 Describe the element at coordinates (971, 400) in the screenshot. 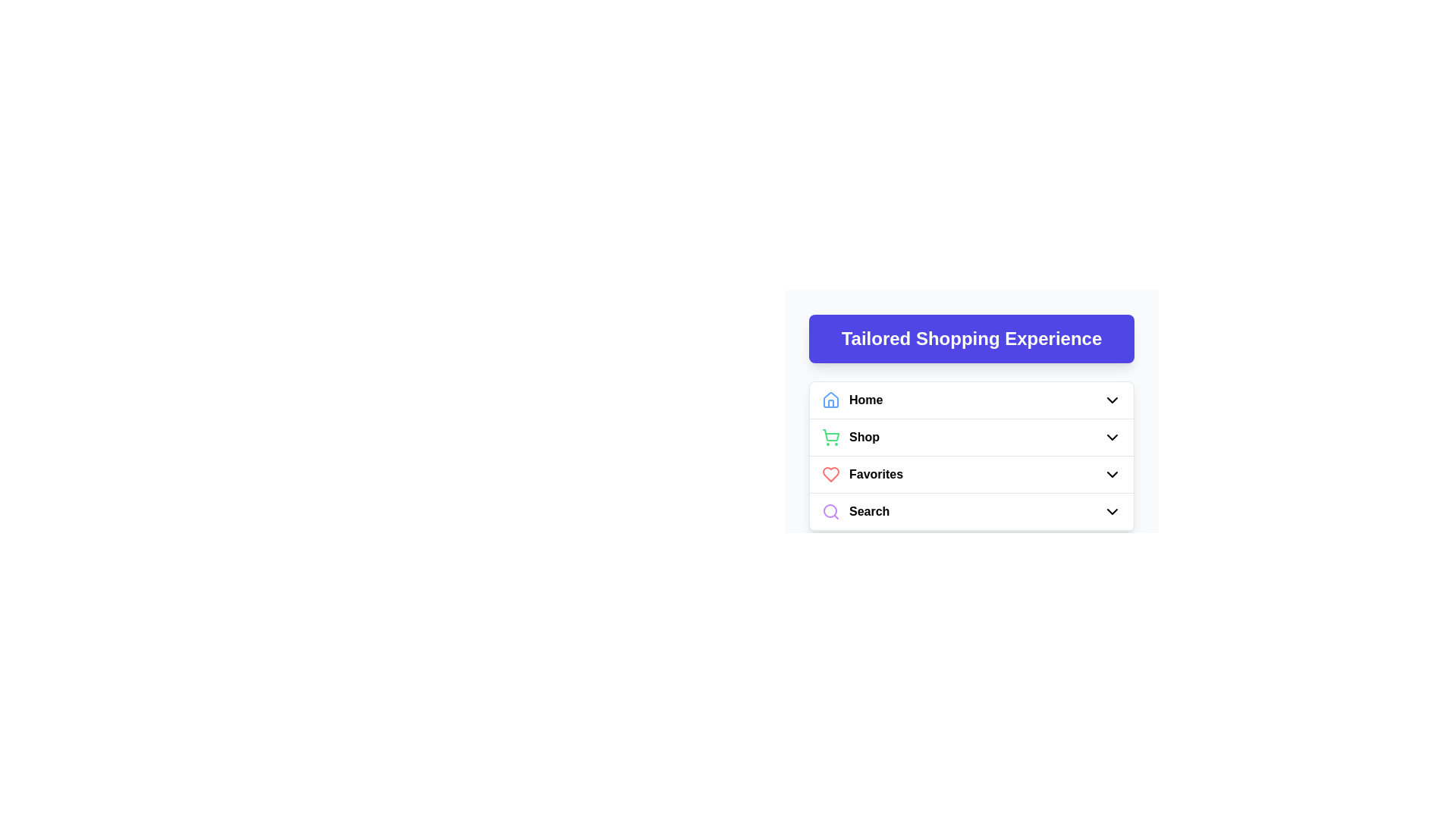

I see `the 'Home' button in the vertical menu list` at that location.